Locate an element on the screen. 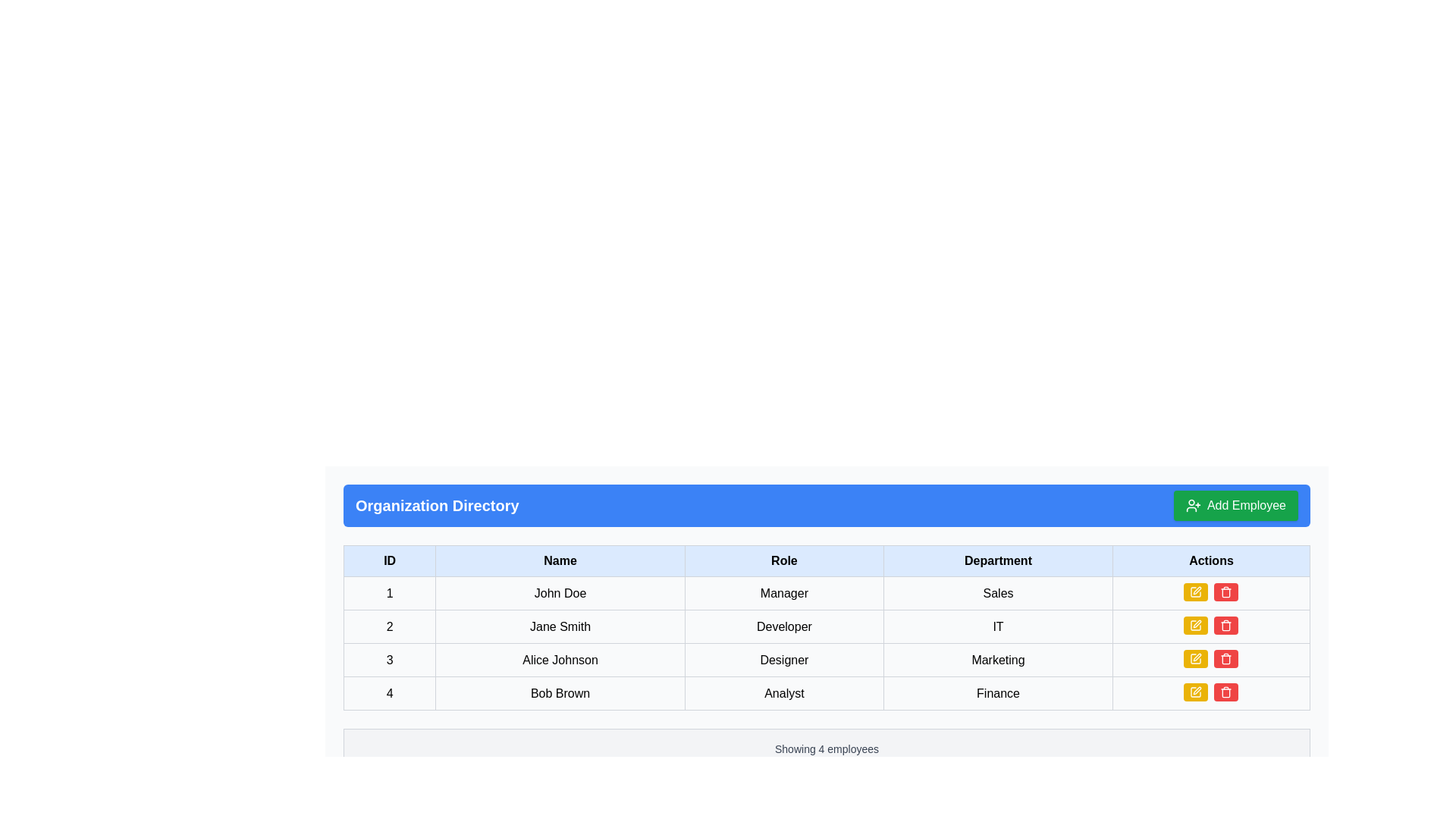 Image resolution: width=1456 pixels, height=819 pixels. the text label displaying the name of a person in the second row of the table under the 'Name' column is located at coordinates (560, 626).